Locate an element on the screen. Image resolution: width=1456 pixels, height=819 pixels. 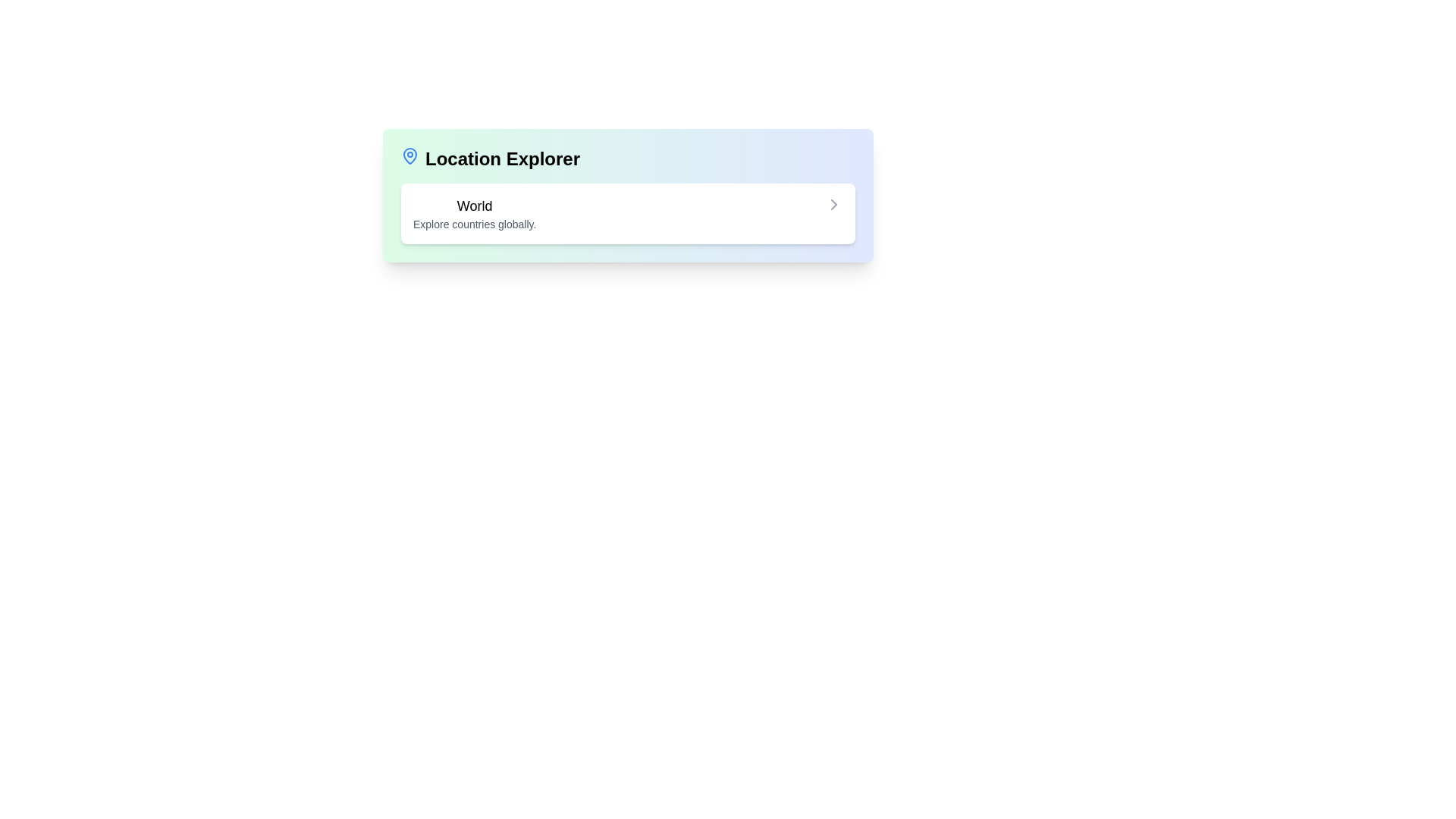
the blue map pin icon located to the left of the 'Location Explorer' text in the interface is located at coordinates (410, 155).